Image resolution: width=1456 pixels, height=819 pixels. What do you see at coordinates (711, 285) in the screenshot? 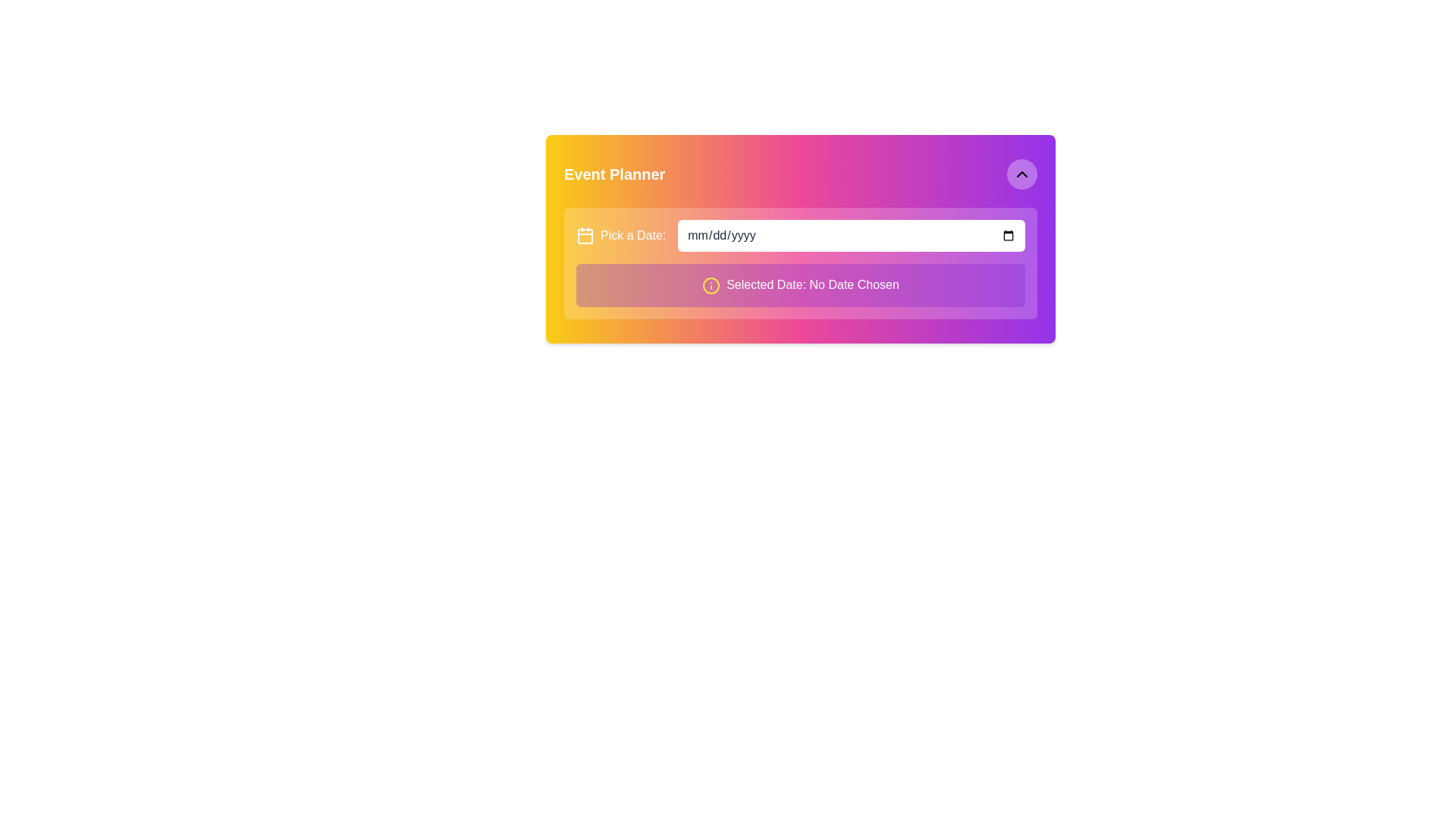
I see `the circular graphical icon element located in the lower section of the card-like user interface that signifies importance or additional information related to the message stating 'Selected Date: No Date Chosen'` at bounding box center [711, 285].